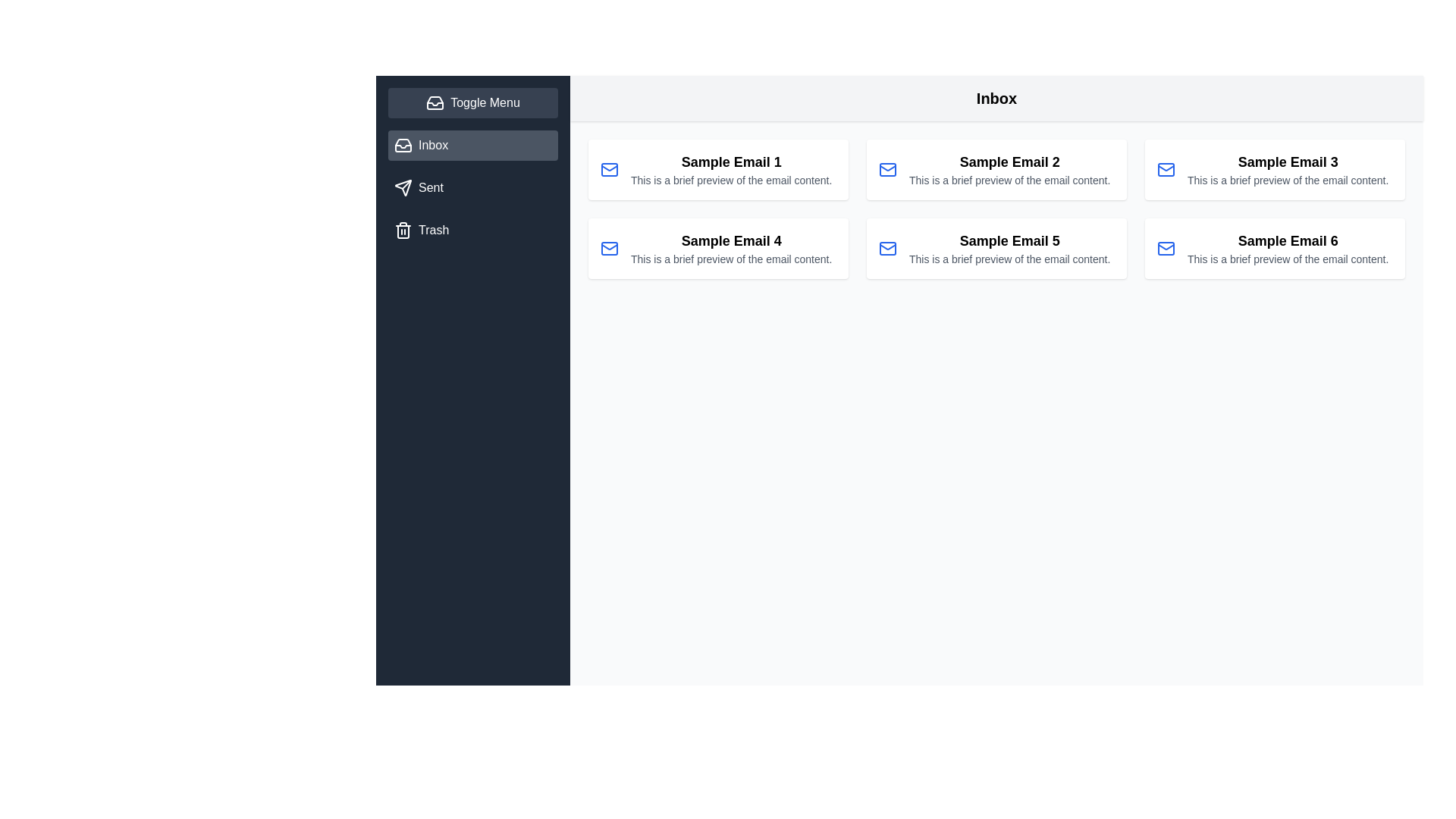 The height and width of the screenshot is (819, 1456). What do you see at coordinates (403, 187) in the screenshot?
I see `the paper plane icon styled as an outline, located to the left of the 'Sent' label in the vertical navigation menu` at bounding box center [403, 187].